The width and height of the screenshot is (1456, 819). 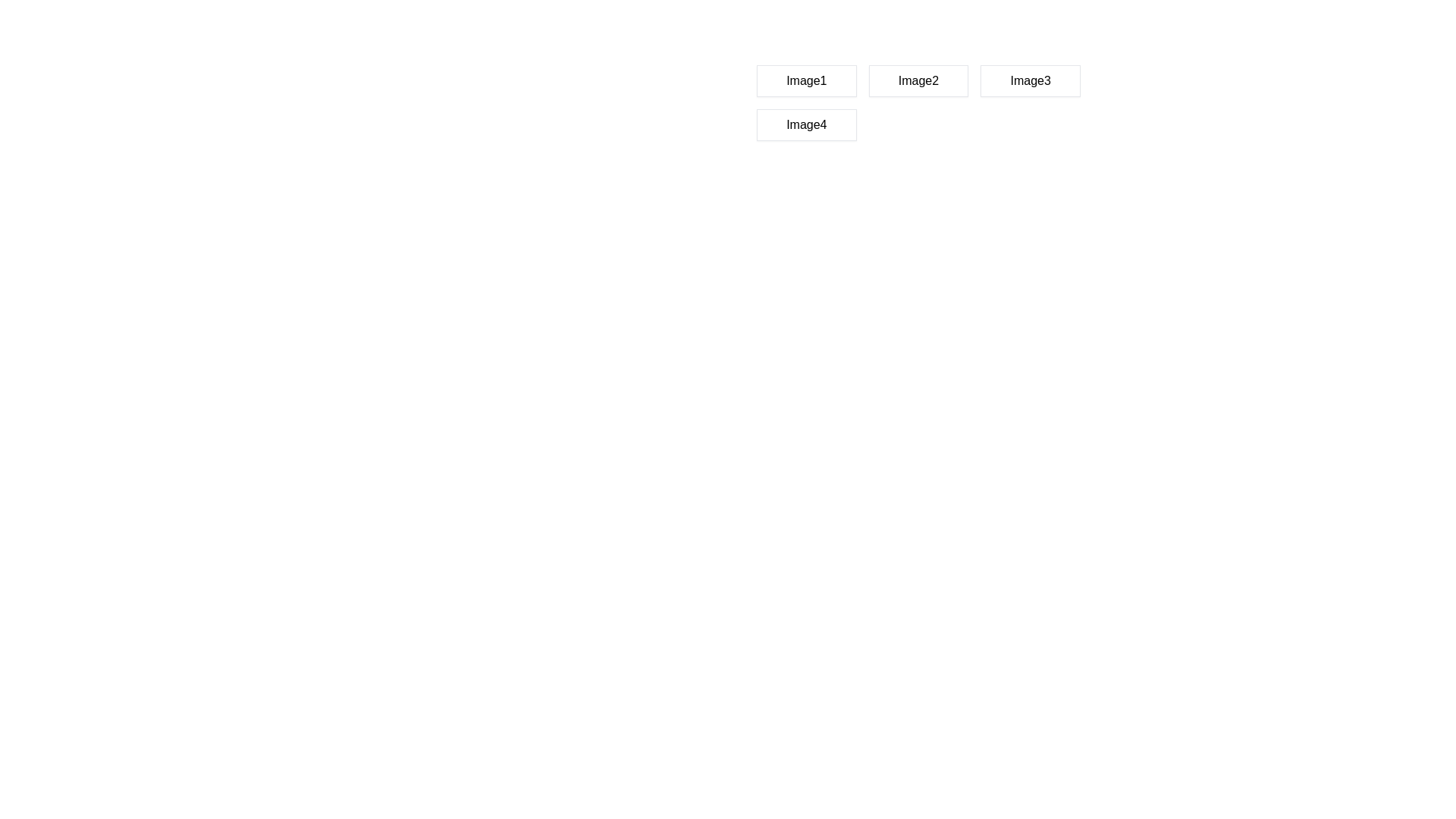 I want to click on the button labeled 'Image3' which is a rectangular box with a white background and a light gray border, positioned in the first row of a grid layout, so click(x=1031, y=81).